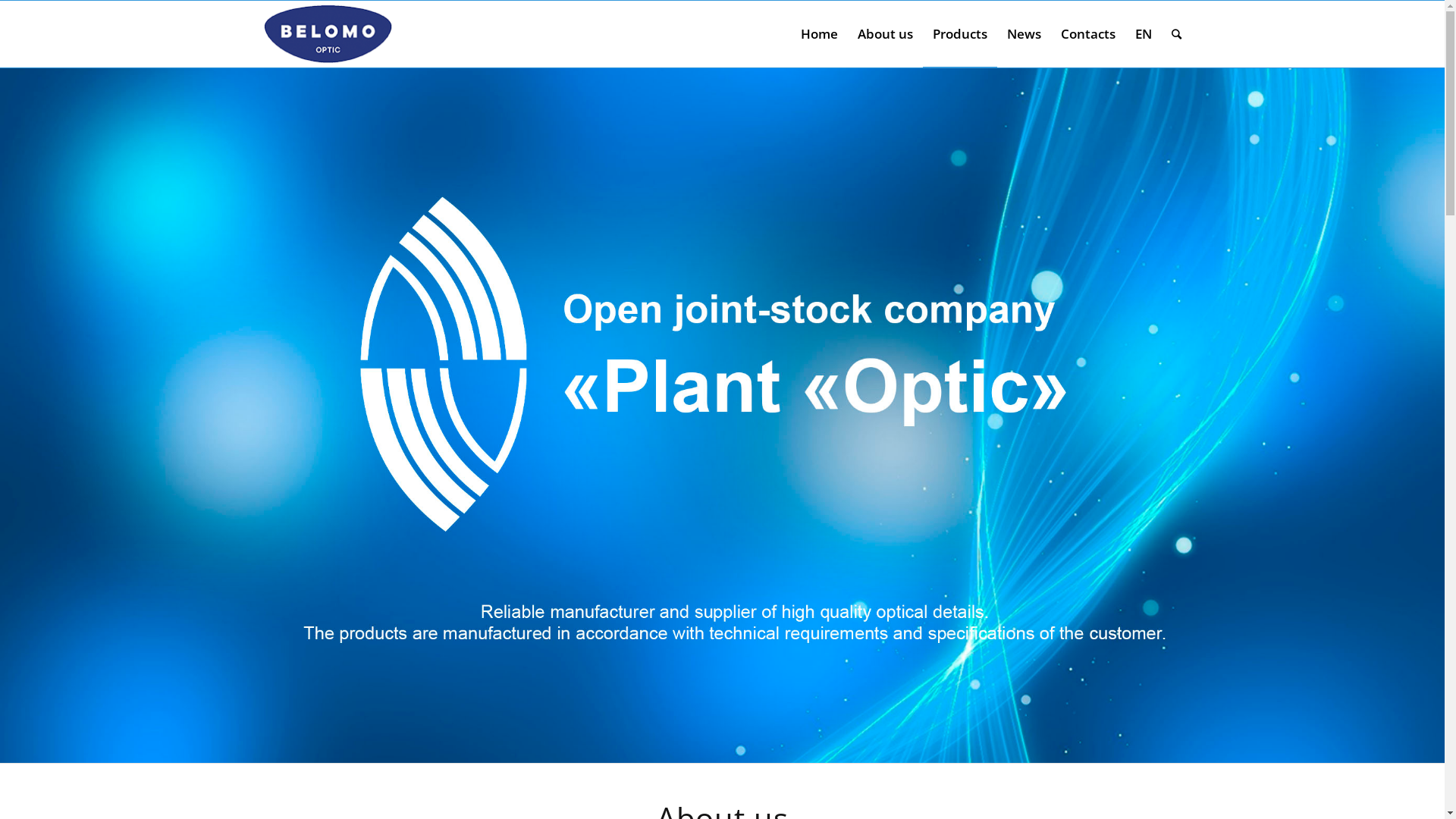 Image resolution: width=1456 pixels, height=819 pixels. What do you see at coordinates (996, 34) in the screenshot?
I see `'News'` at bounding box center [996, 34].